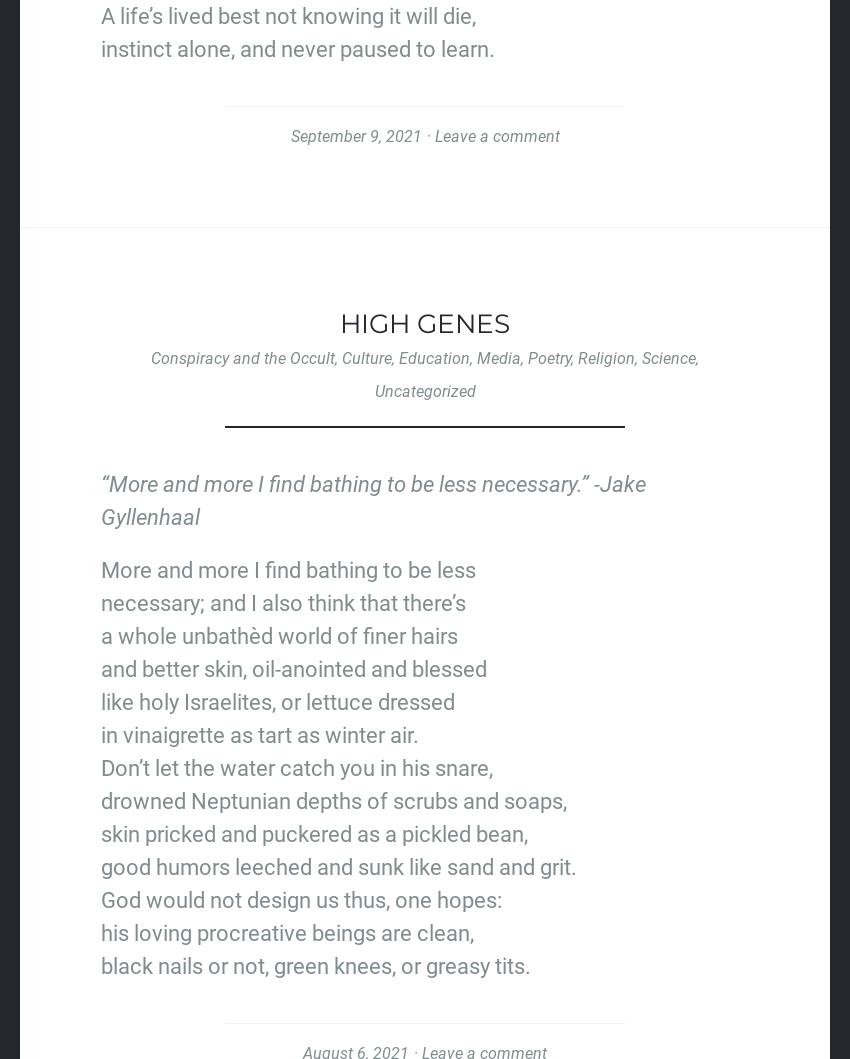 The height and width of the screenshot is (1059, 850). Describe the element at coordinates (548, 357) in the screenshot. I see `'Poetry'` at that location.